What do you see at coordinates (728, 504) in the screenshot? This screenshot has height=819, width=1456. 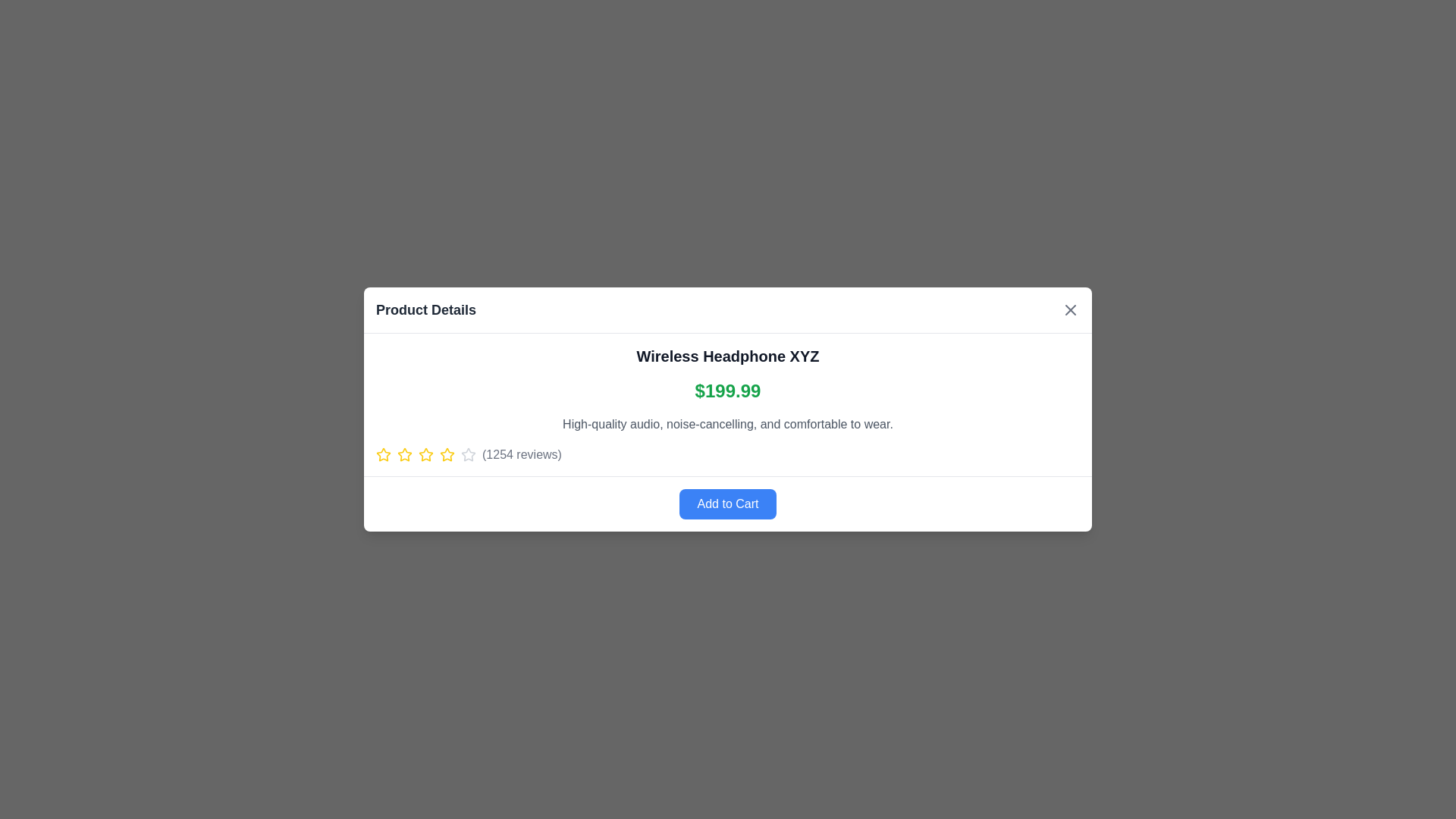 I see `the 'Add to Cart' button, which is a rectangular button with rounded corners, vibrant blue background, and white text, located at the bottom center of the modal for the product 'Wireless Headphone XYZ'` at bounding box center [728, 504].